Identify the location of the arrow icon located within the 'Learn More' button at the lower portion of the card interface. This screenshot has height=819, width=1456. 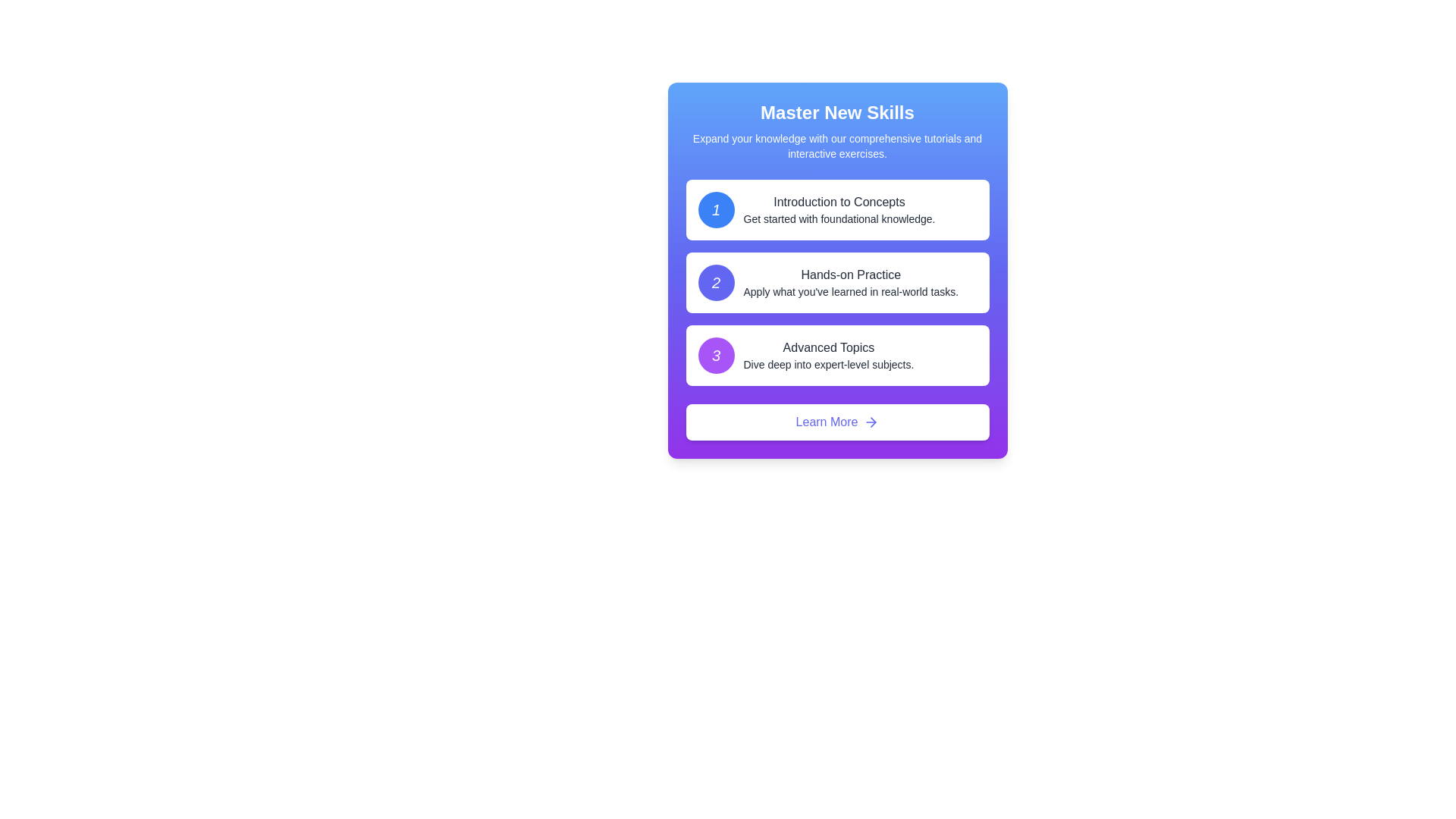
(871, 422).